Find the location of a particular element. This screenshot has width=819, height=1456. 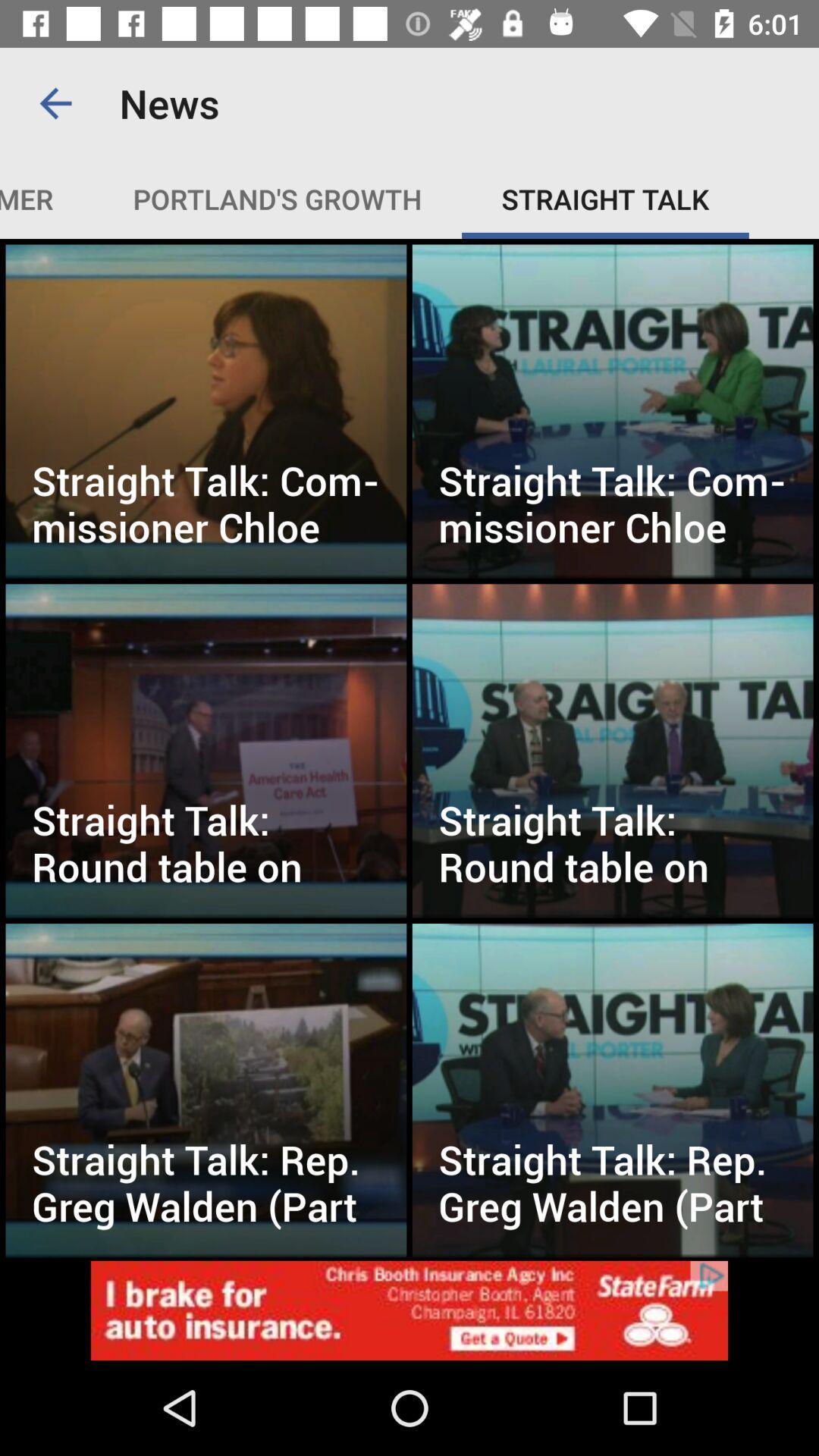

its an advertisement is located at coordinates (409, 1310).